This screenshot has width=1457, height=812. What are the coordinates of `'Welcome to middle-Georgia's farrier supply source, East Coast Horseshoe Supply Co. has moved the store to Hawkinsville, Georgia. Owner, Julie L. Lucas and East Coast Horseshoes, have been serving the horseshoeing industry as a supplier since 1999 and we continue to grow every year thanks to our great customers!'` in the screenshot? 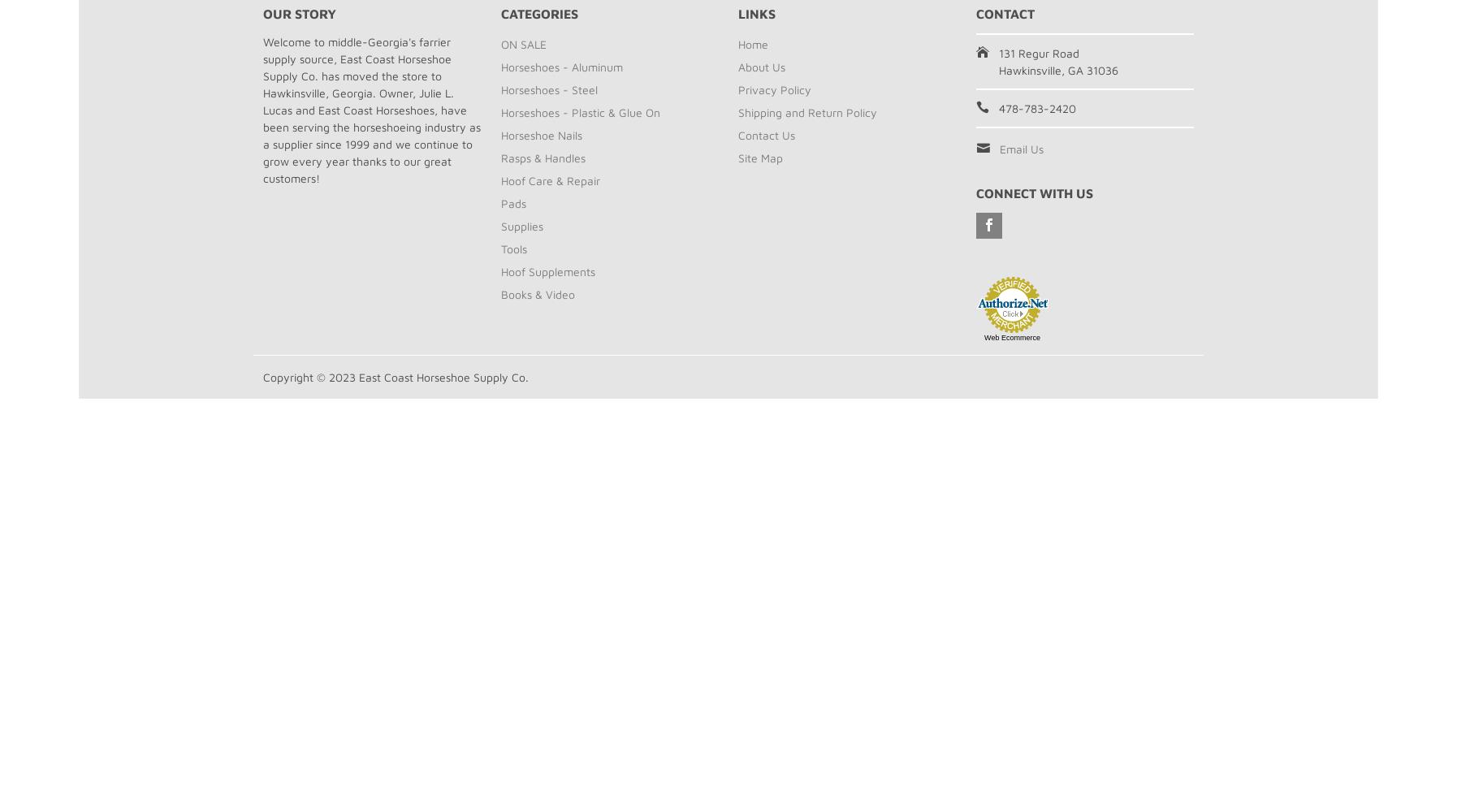 It's located at (372, 109).